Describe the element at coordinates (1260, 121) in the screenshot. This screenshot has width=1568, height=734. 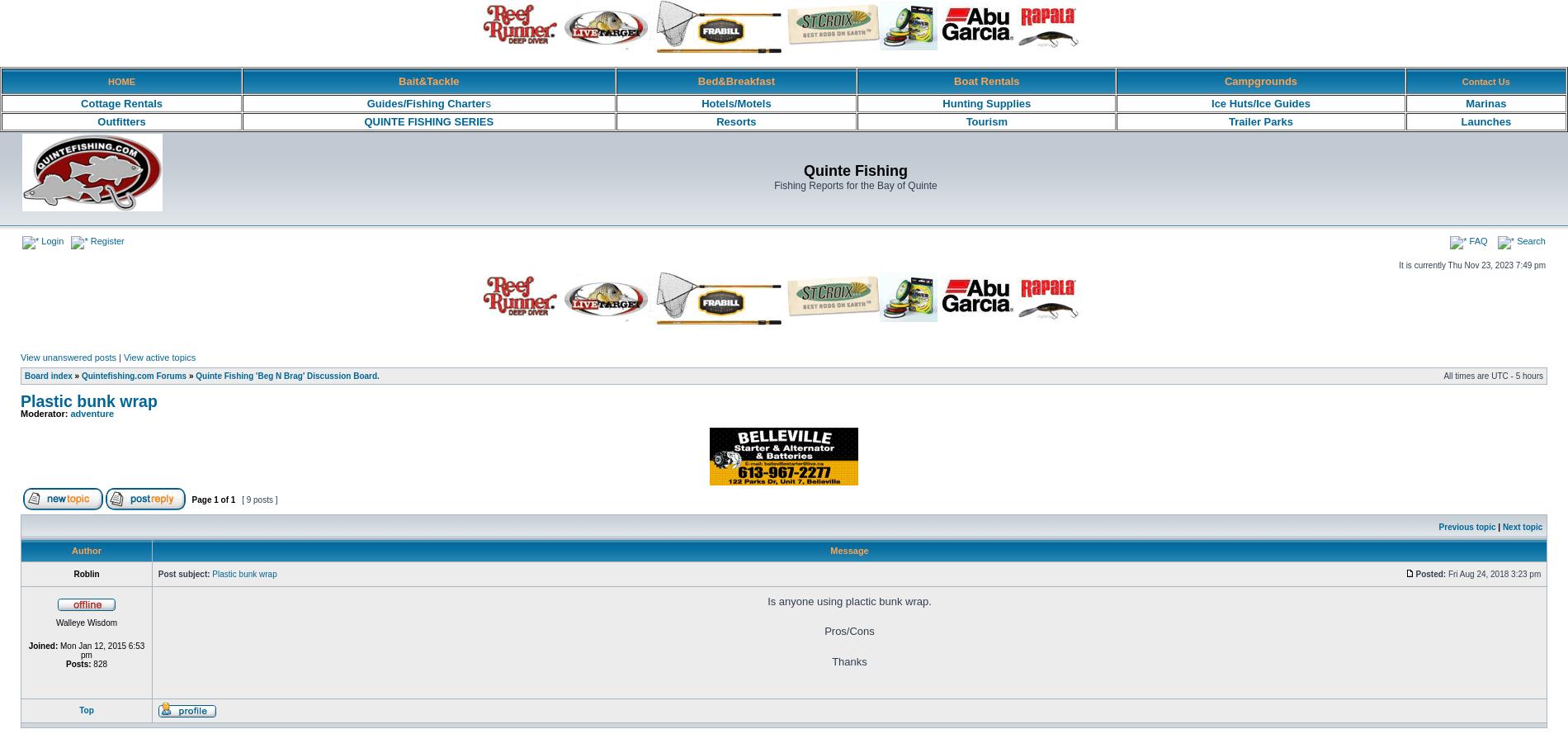
I see `'Trailer Parks'` at that location.